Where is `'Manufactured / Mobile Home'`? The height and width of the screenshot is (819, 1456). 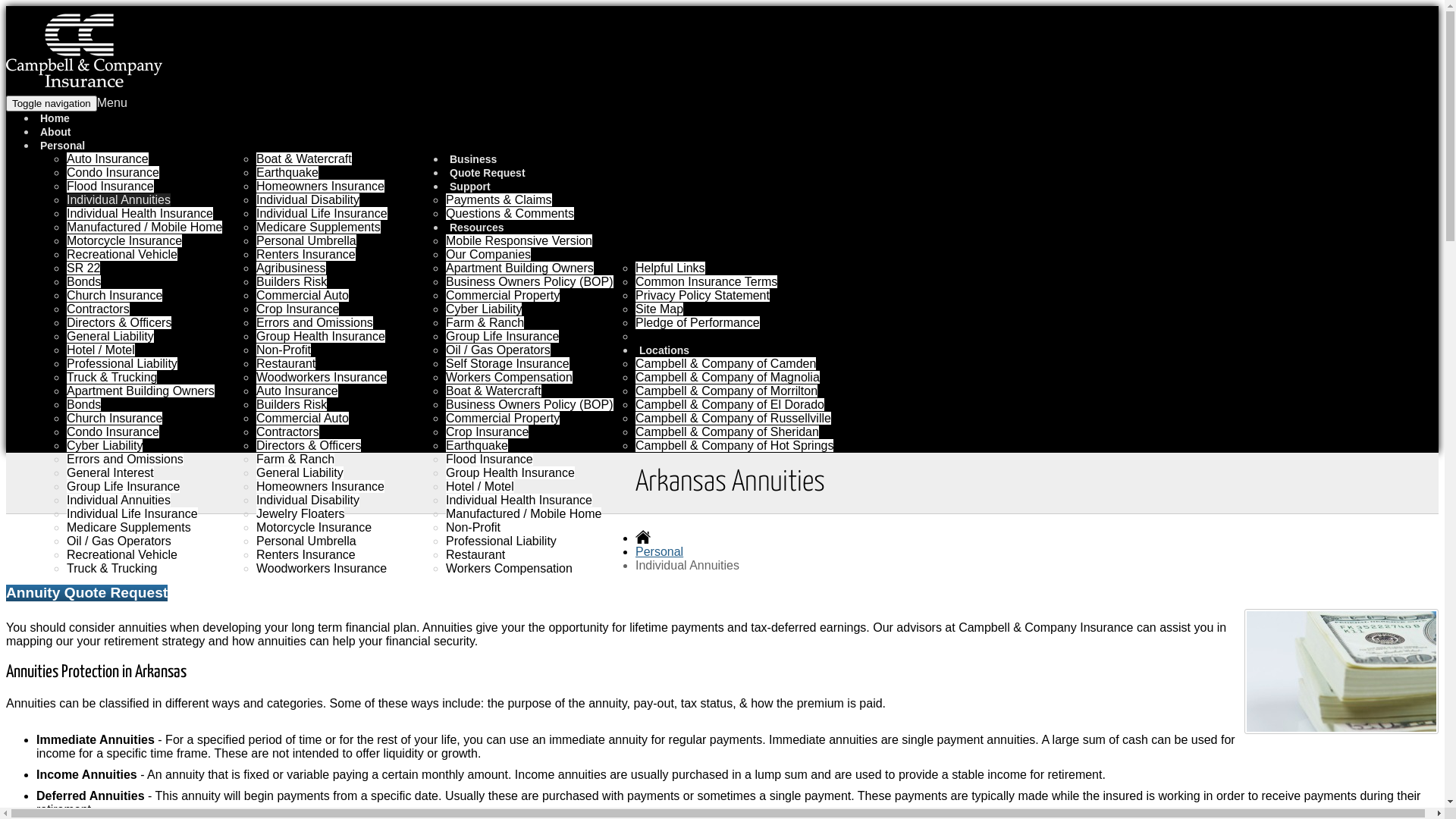
'Manufactured / Mobile Home' is located at coordinates (65, 227).